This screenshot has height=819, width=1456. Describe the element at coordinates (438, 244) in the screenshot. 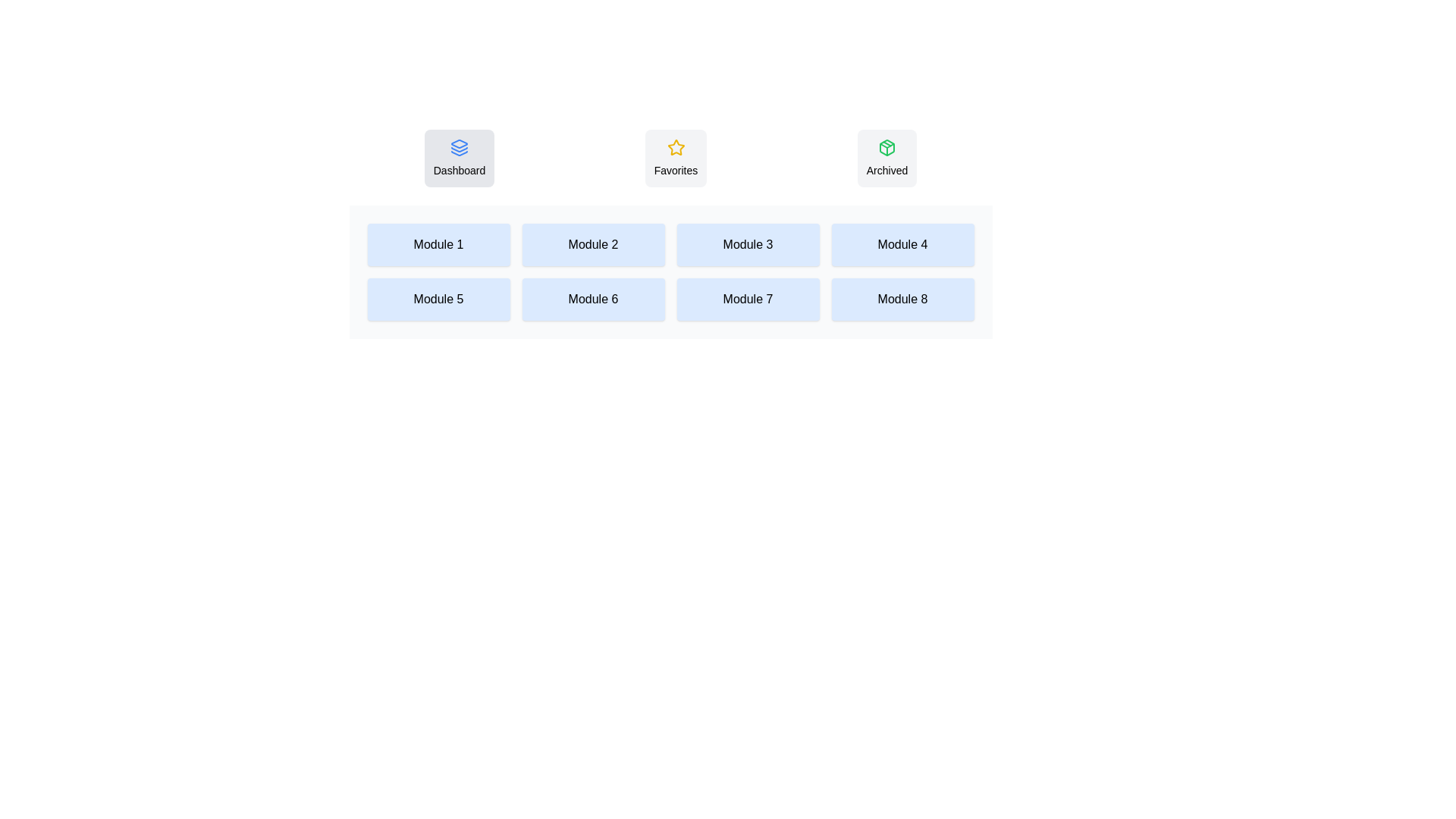

I see `the text 'Module 1' in the Dashboard tab` at that location.